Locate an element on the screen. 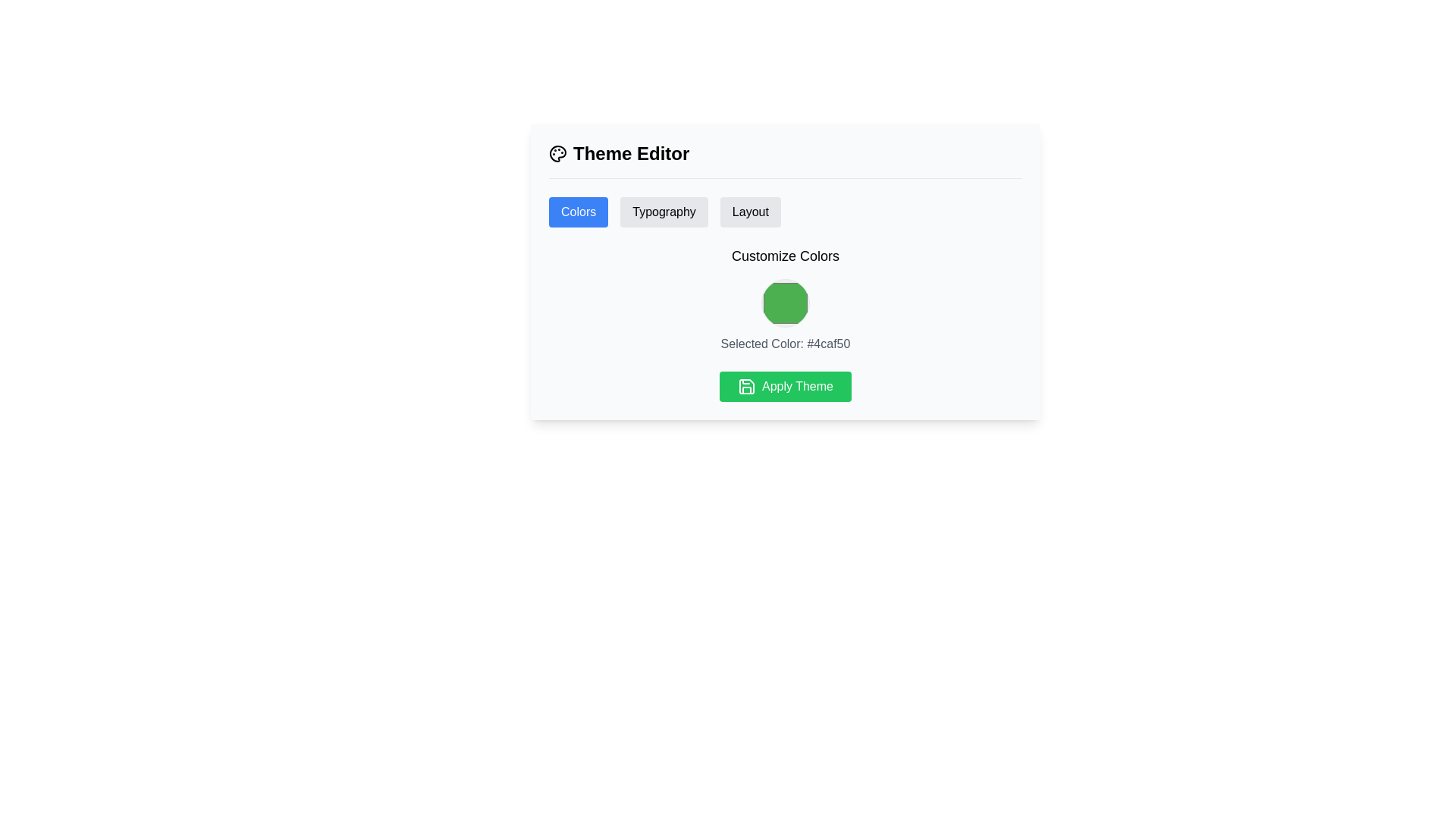  the main SVG graphic element that symbolizes color or theme customization in the user interface is located at coordinates (557, 154).